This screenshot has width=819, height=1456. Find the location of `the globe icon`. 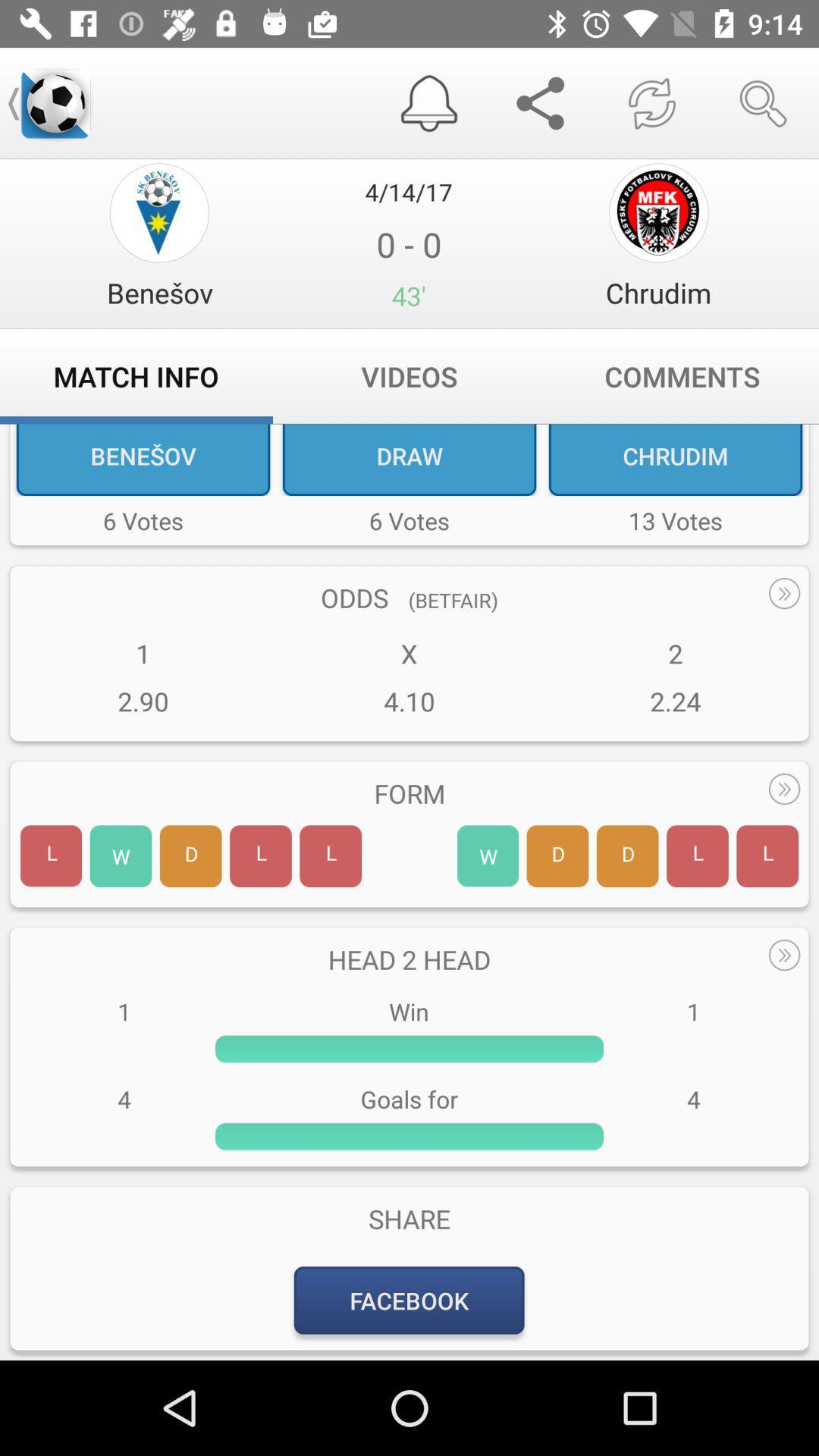

the globe icon is located at coordinates (657, 212).